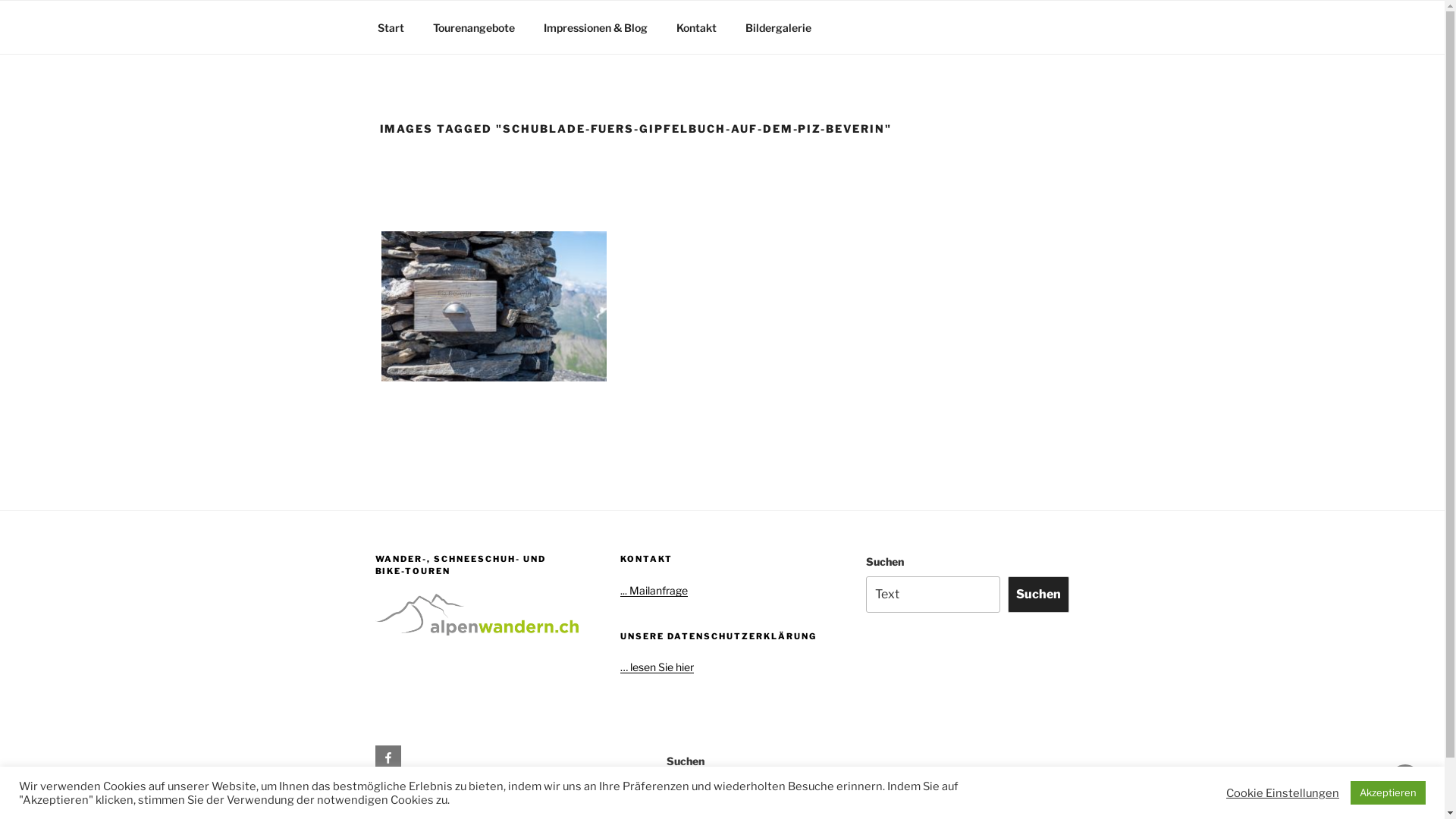 Image resolution: width=1456 pixels, height=819 pixels. Describe the element at coordinates (375, 758) in the screenshot. I see `'Facebook'` at that location.